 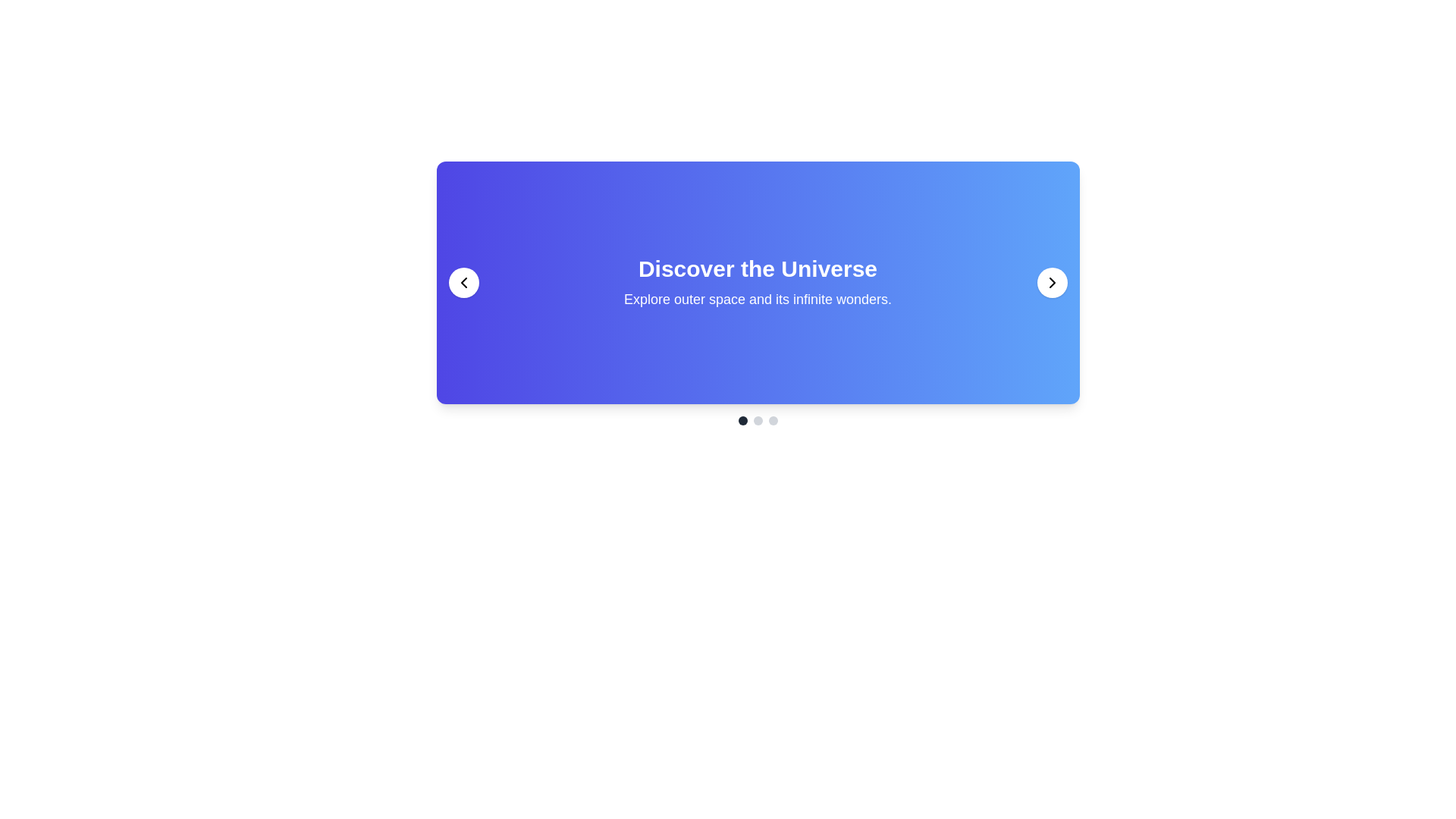 What do you see at coordinates (773, 421) in the screenshot?
I see `the third gray Navigation Dot positioned below the text 'Discover the Universe'` at bounding box center [773, 421].